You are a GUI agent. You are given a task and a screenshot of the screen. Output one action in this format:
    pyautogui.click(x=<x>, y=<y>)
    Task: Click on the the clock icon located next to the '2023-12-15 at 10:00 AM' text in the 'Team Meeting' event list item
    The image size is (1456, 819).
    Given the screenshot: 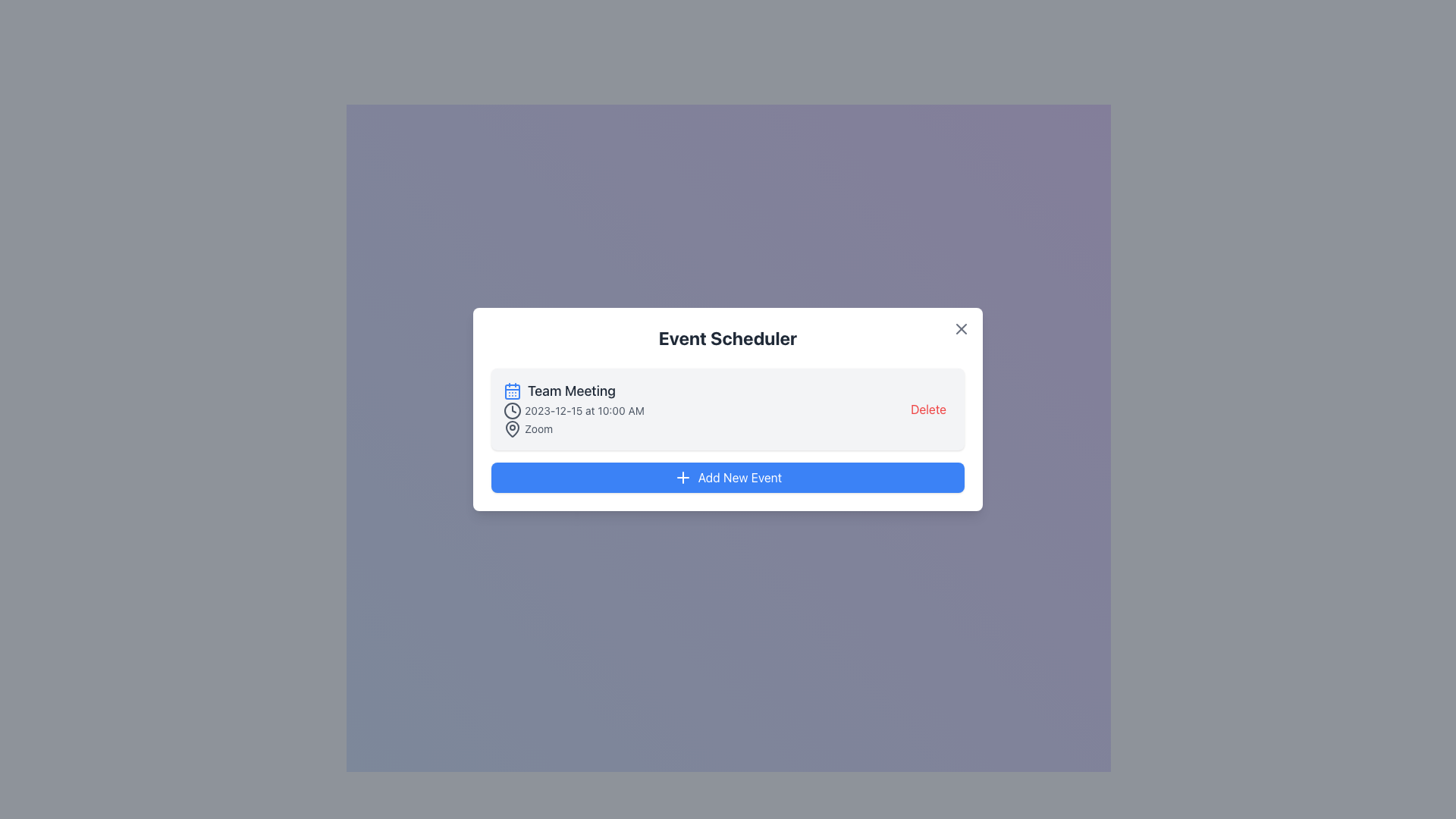 What is the action you would take?
    pyautogui.click(x=513, y=411)
    